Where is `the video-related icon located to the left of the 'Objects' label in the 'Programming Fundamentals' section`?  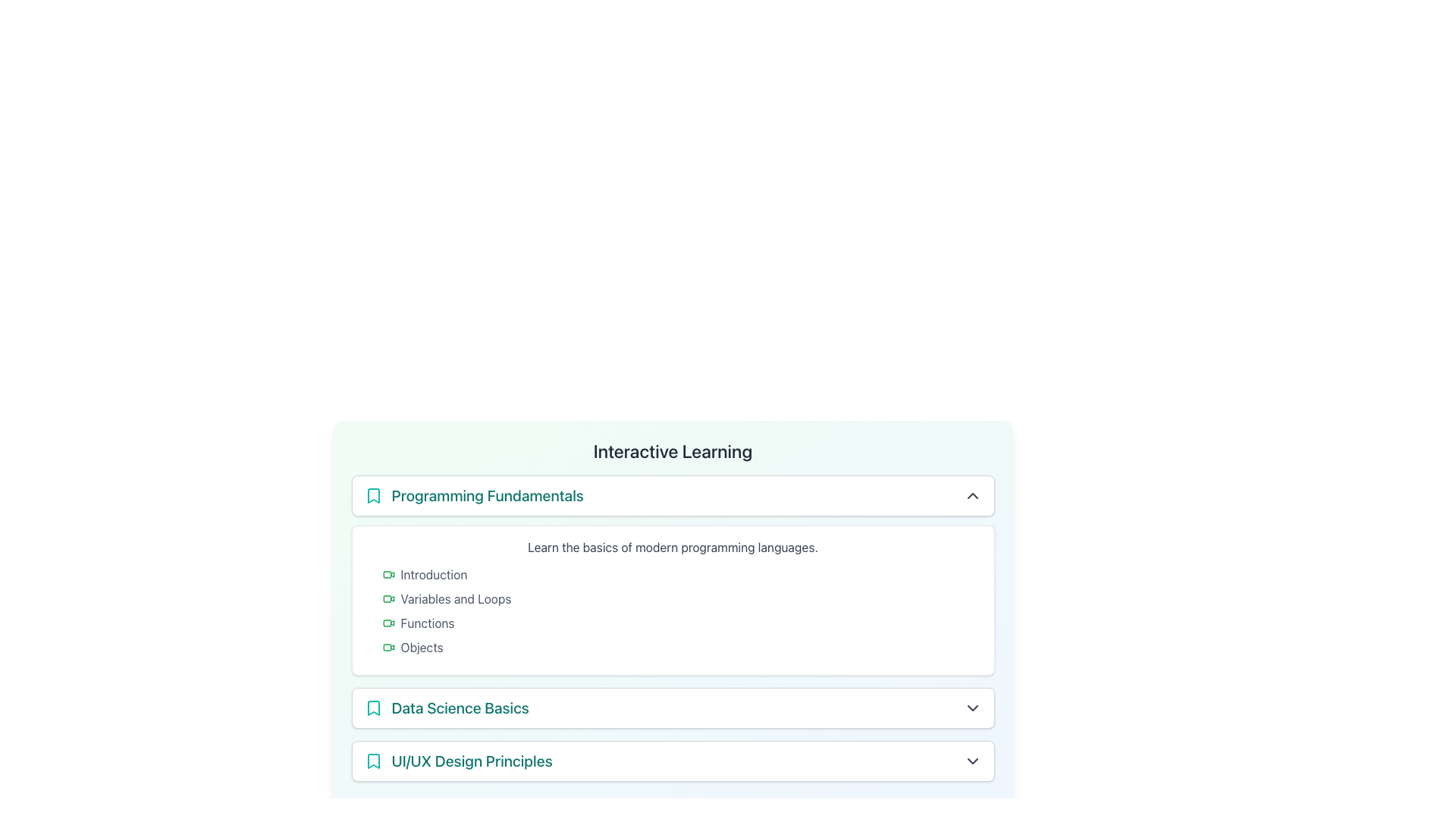 the video-related icon located to the left of the 'Objects' label in the 'Programming Fundamentals' section is located at coordinates (388, 647).